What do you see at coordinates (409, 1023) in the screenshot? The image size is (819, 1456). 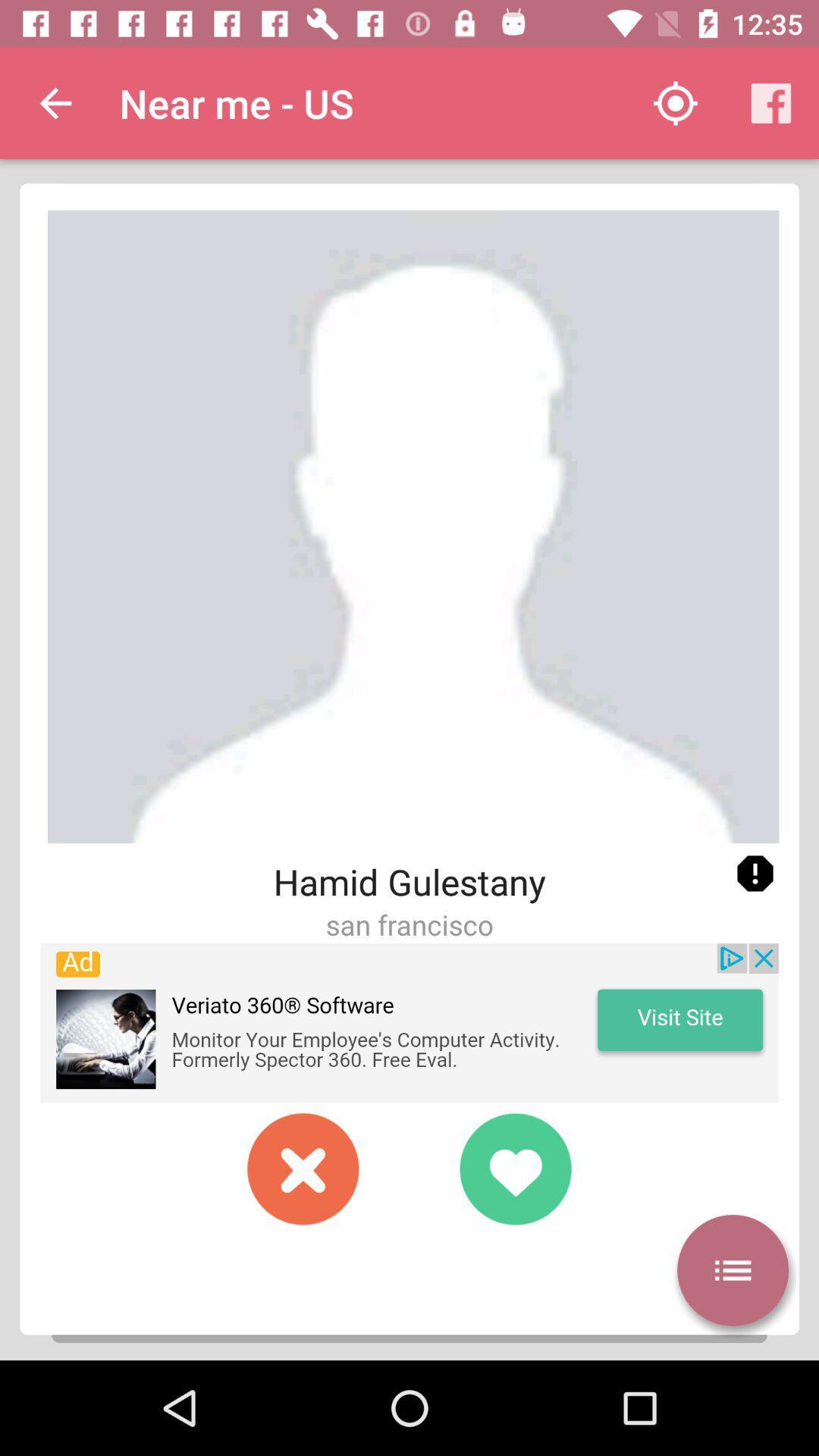 I see `it and pop up advertisement` at bounding box center [409, 1023].